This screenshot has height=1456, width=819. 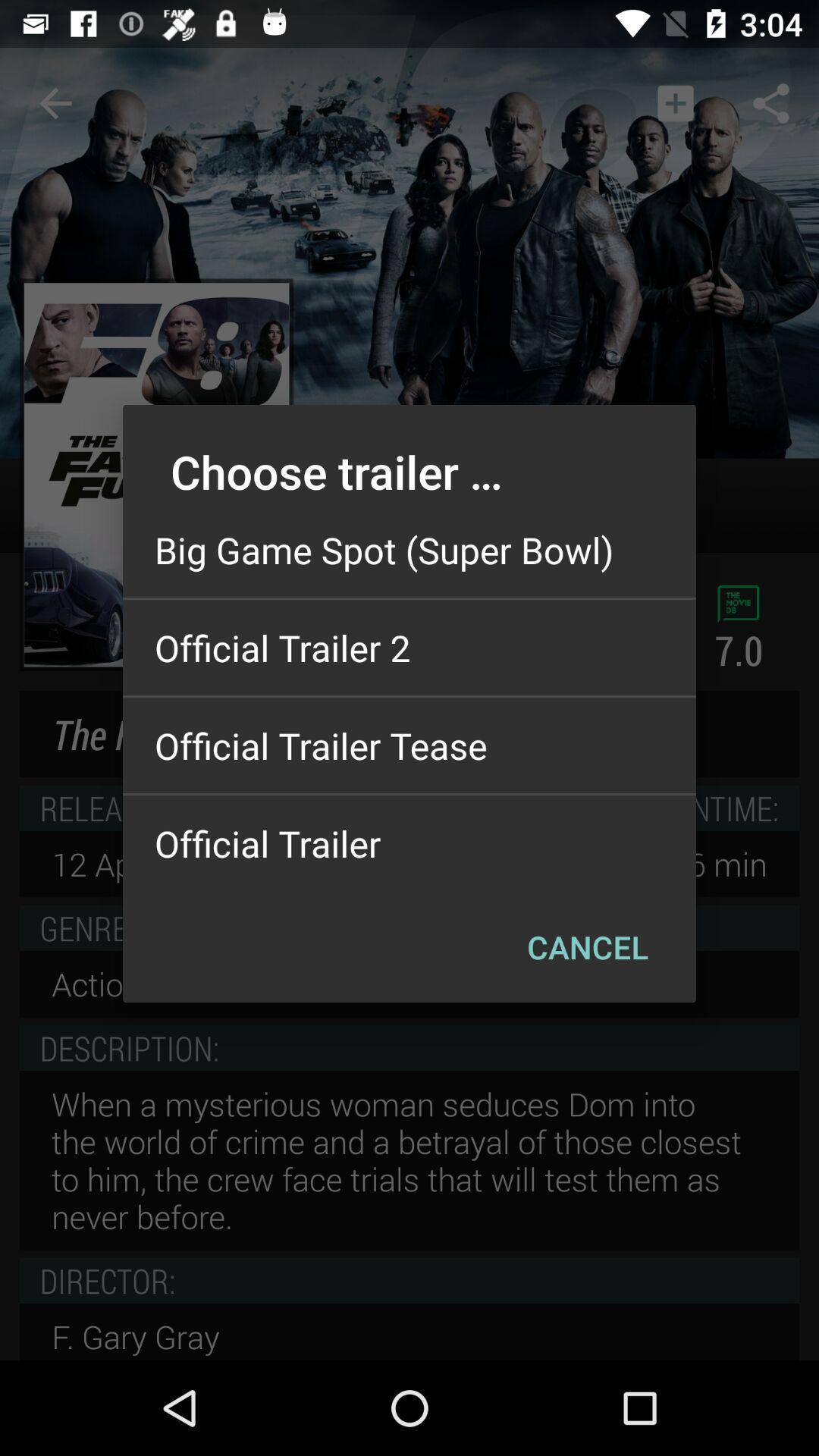 What do you see at coordinates (409, 549) in the screenshot?
I see `big game spot item` at bounding box center [409, 549].